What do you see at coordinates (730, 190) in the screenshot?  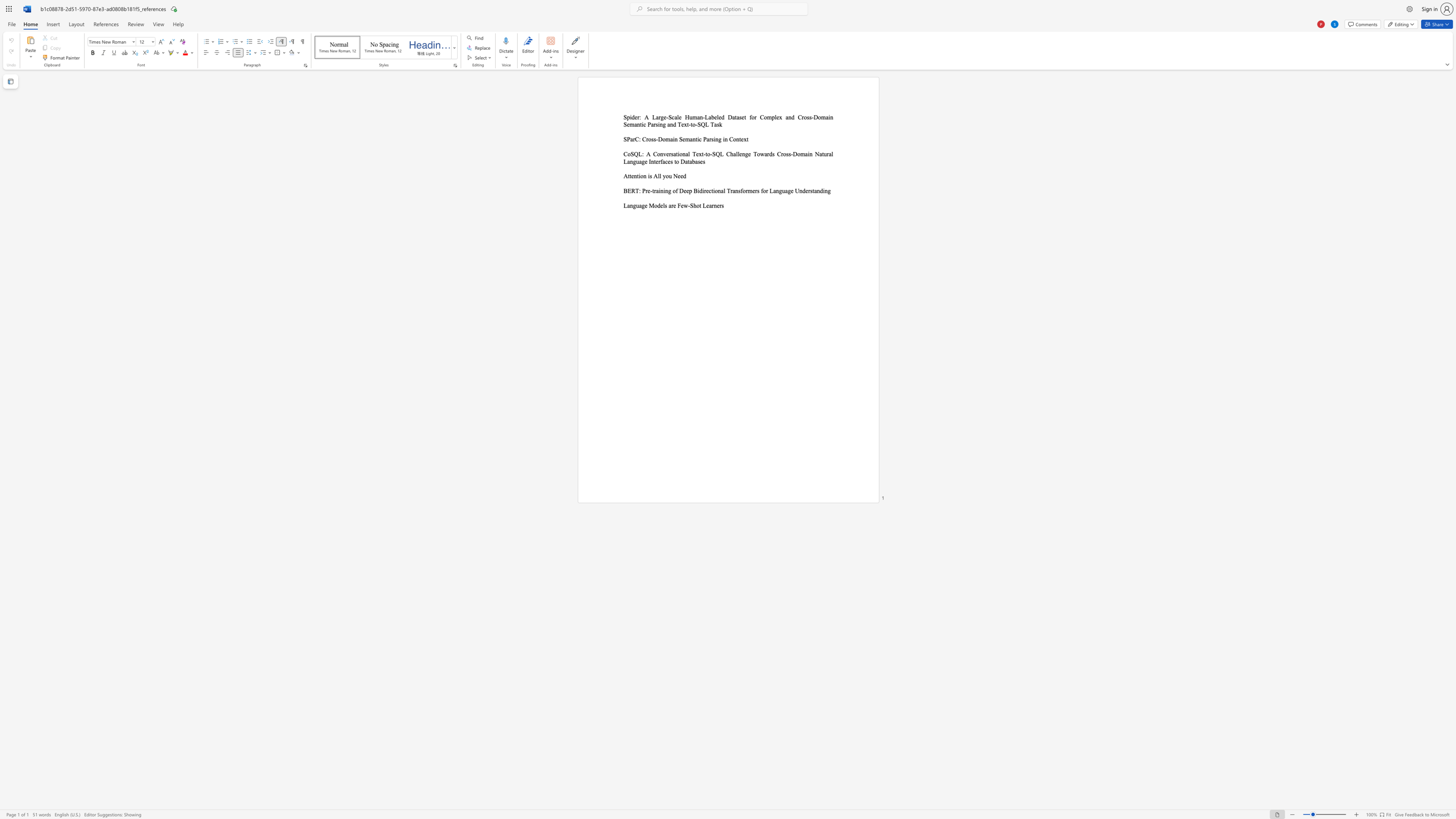 I see `the subset text "ransformers" within the text "BERT: Pre-training of Deep Bidirectional Transformers for Language Understanding"` at bounding box center [730, 190].